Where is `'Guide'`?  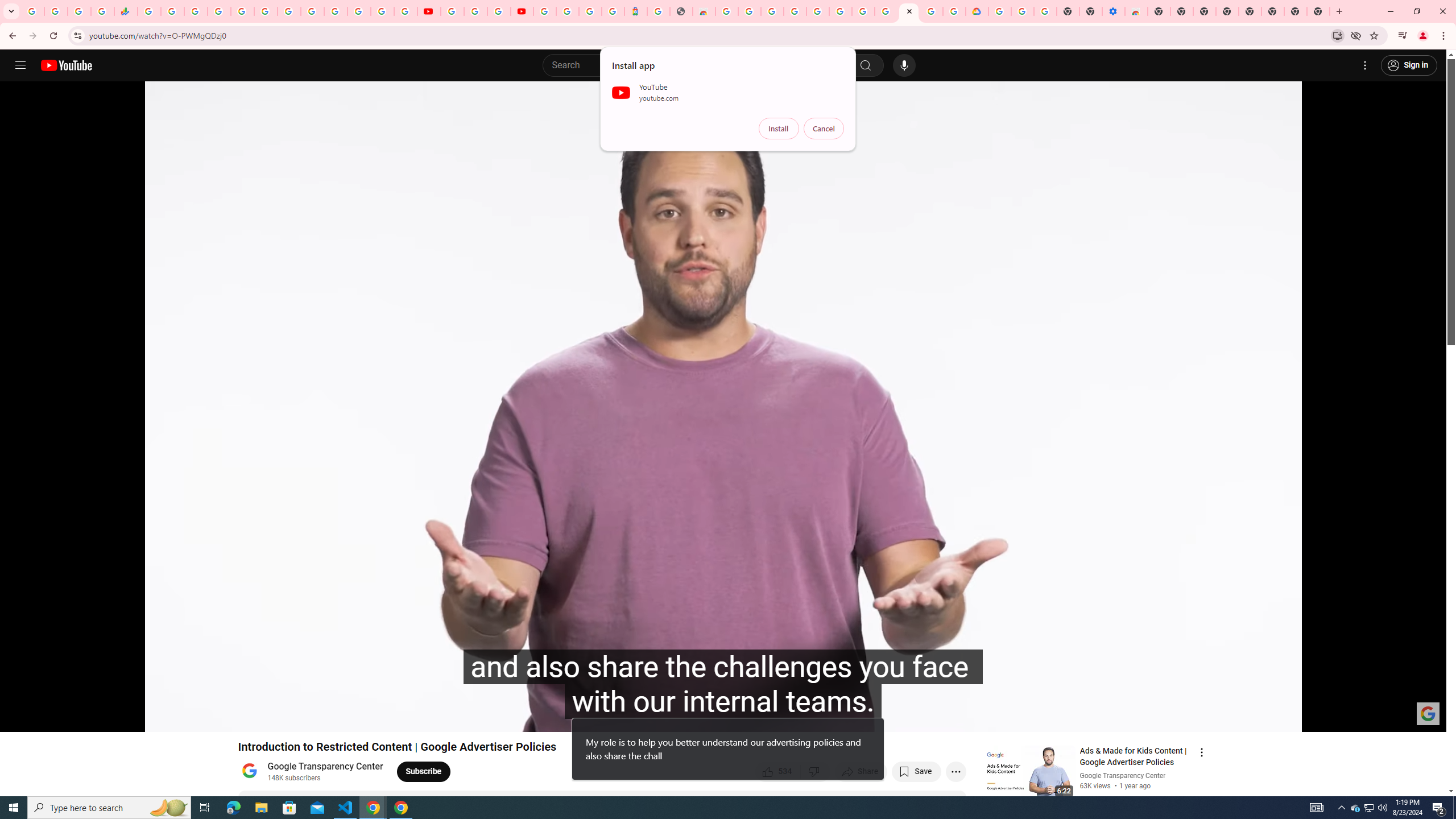
'Guide' is located at coordinates (19, 65).